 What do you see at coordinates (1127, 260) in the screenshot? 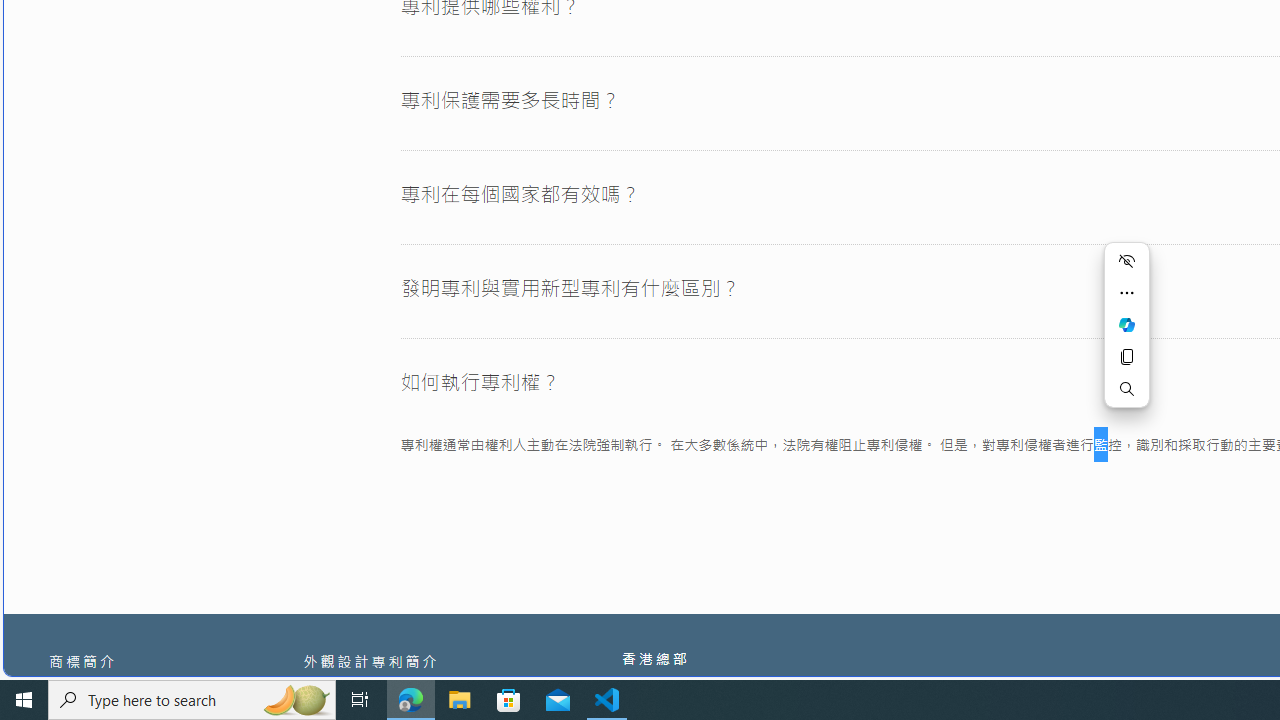
I see `'Hide menu'` at bounding box center [1127, 260].